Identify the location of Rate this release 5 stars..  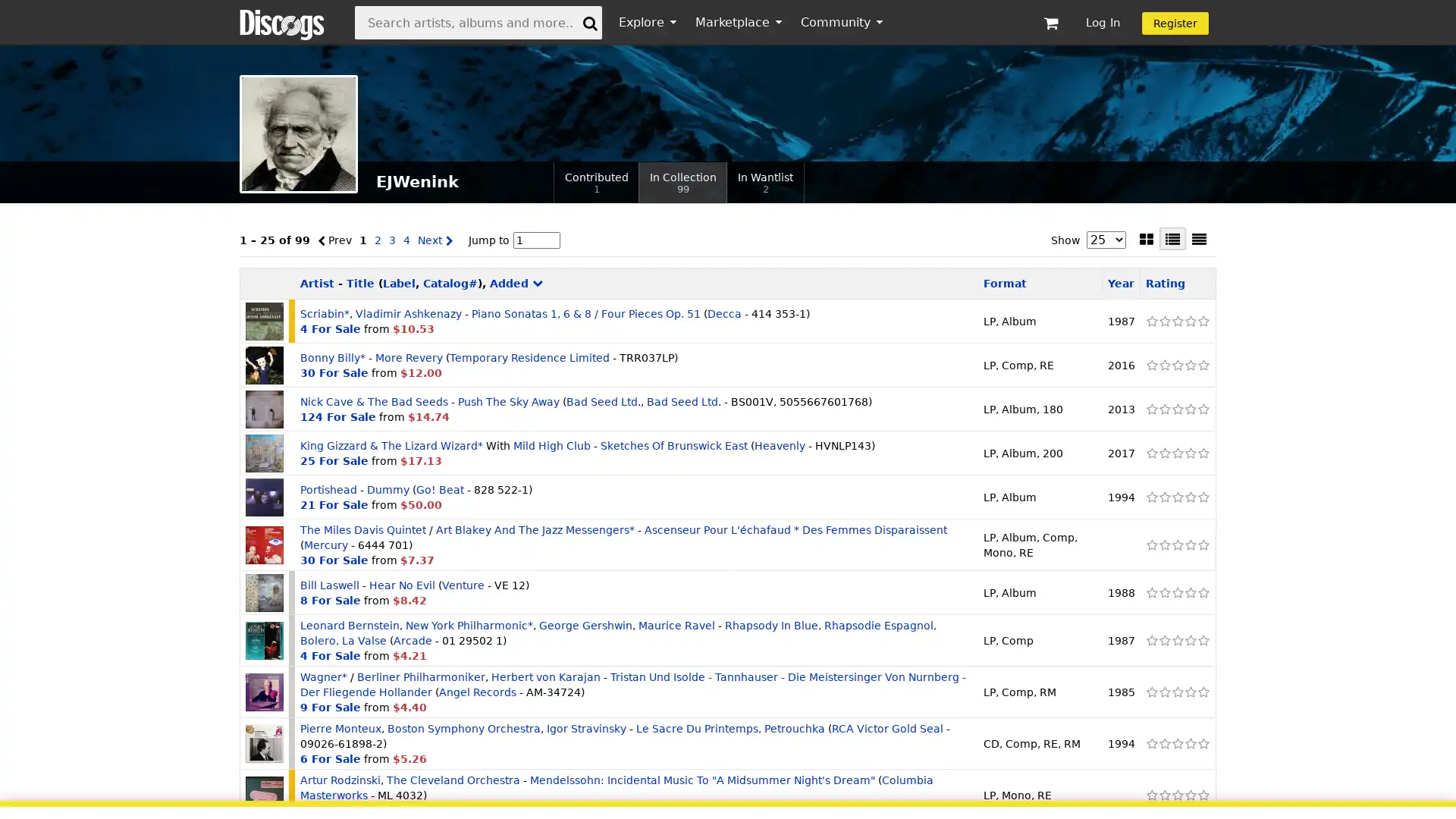
(1202, 452).